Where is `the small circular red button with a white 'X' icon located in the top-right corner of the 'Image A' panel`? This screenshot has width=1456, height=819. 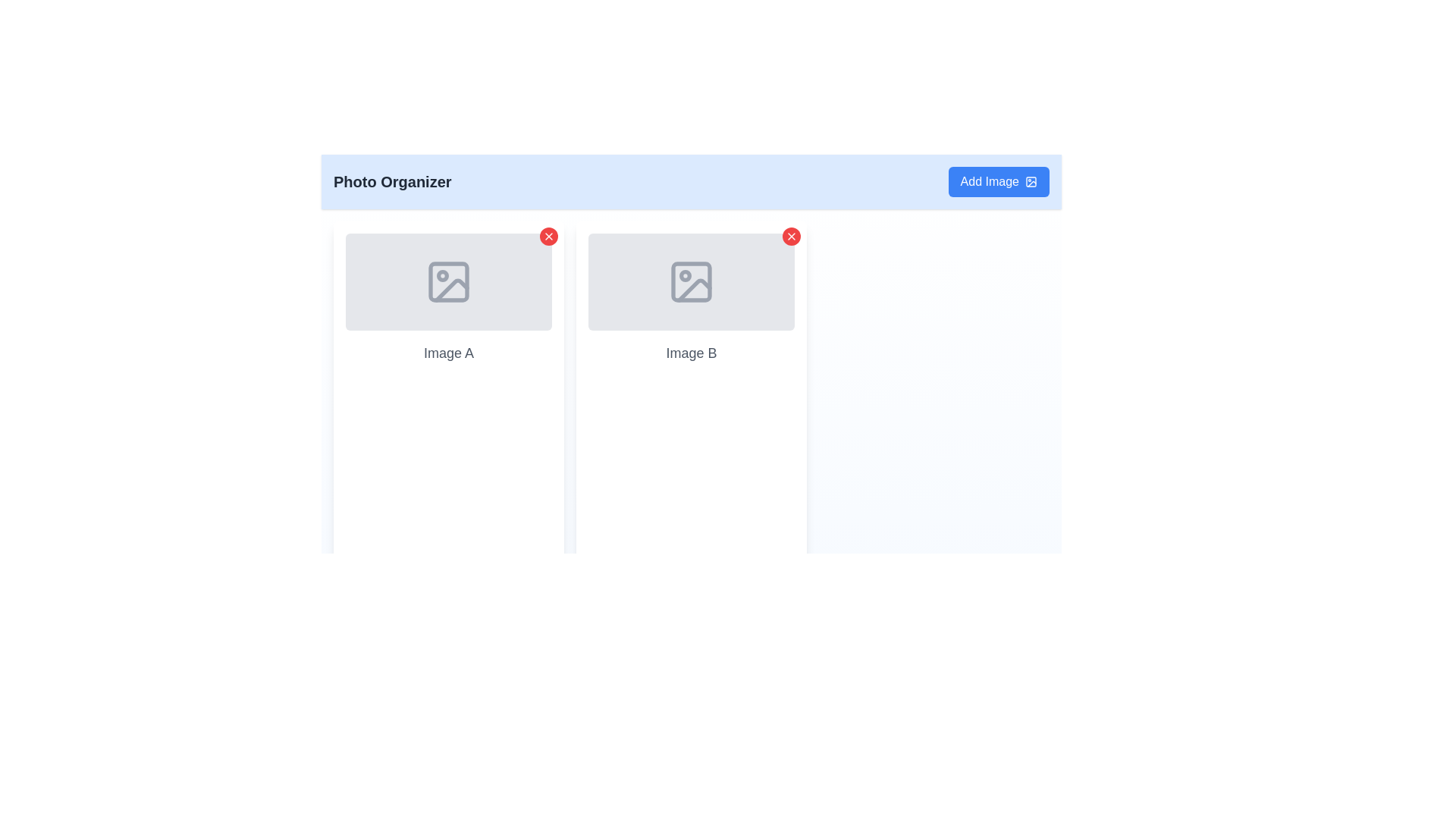
the small circular red button with a white 'X' icon located in the top-right corner of the 'Image A' panel is located at coordinates (548, 237).